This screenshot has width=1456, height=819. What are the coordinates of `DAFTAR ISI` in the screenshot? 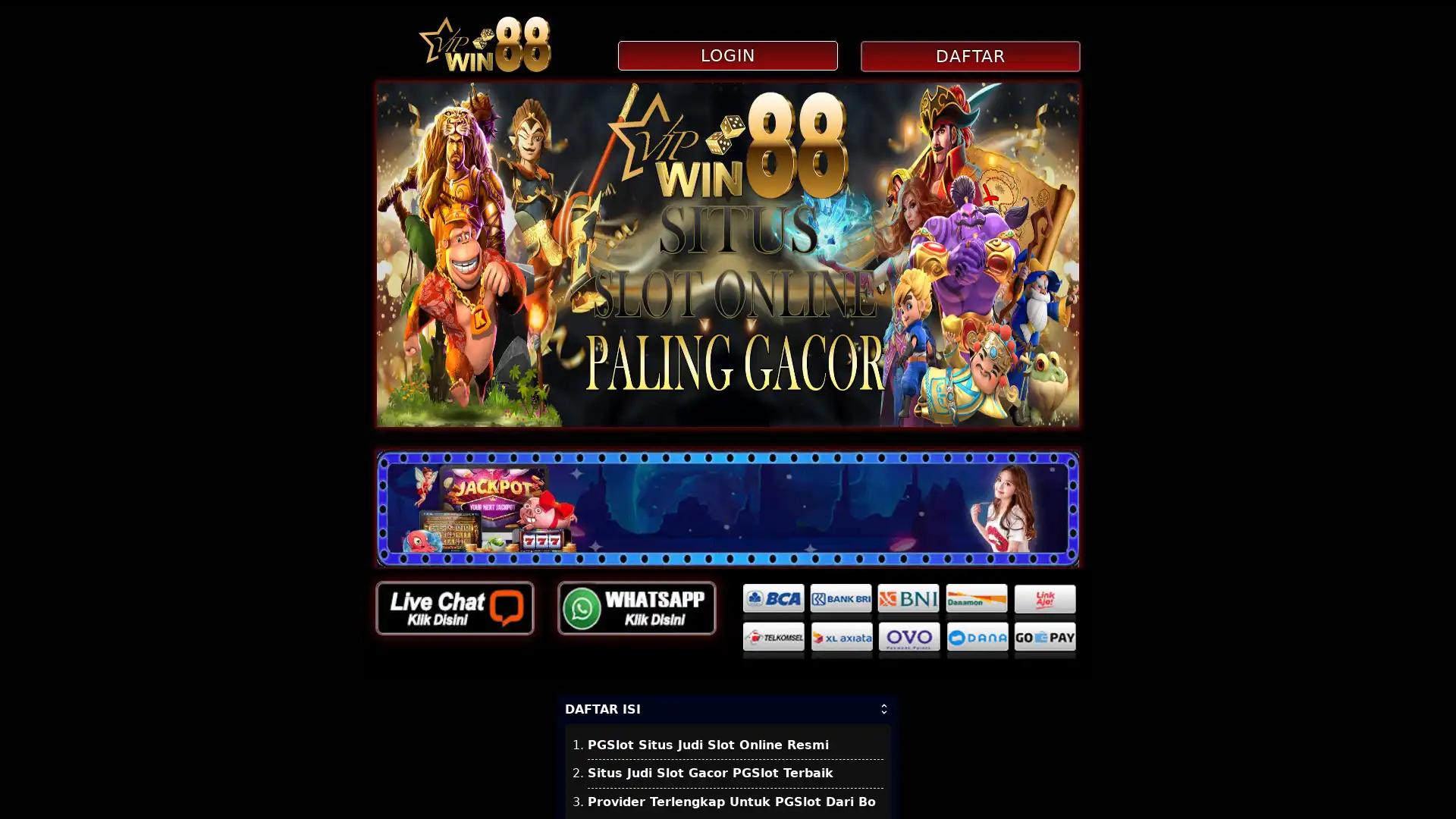 It's located at (728, 708).